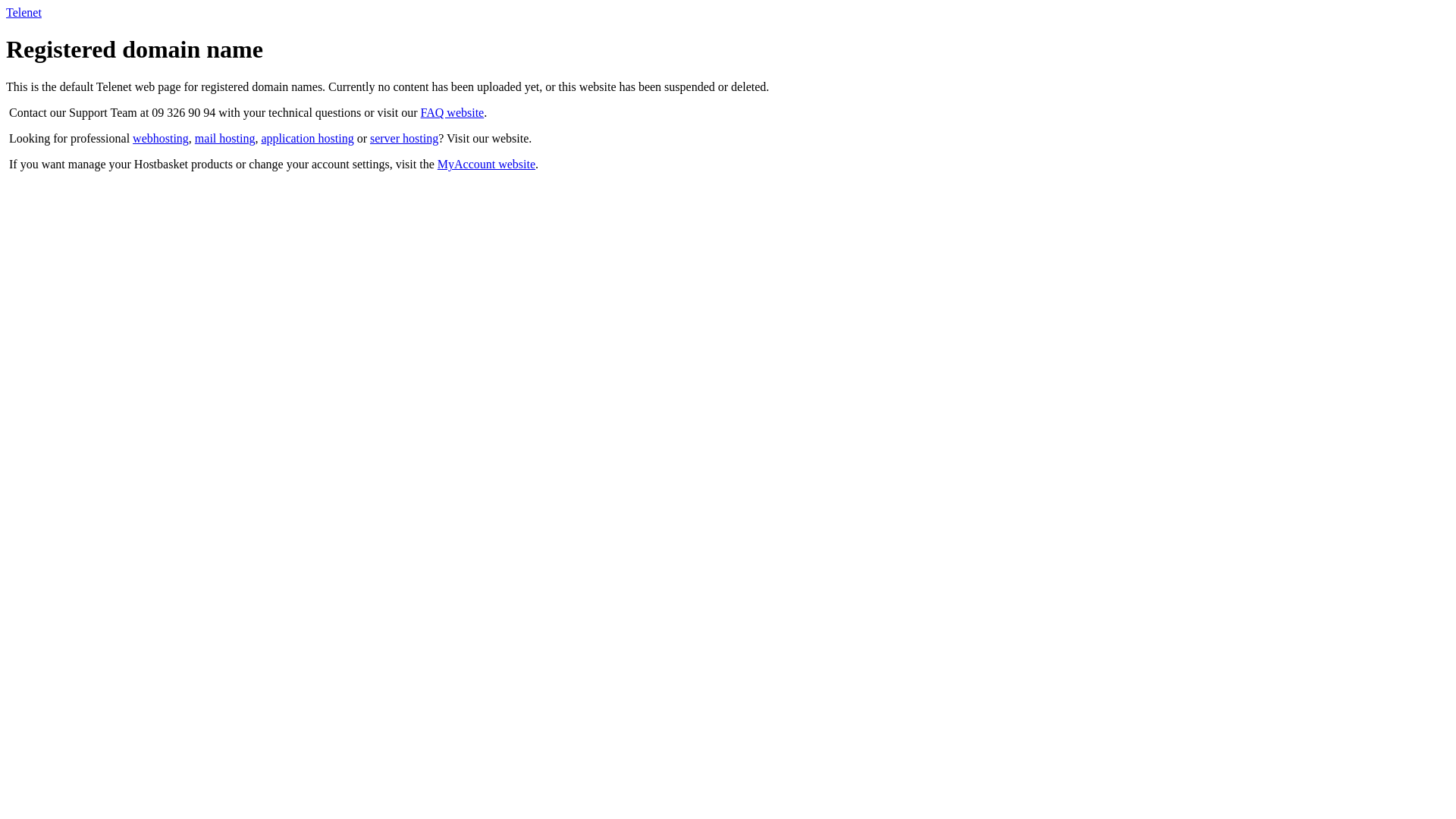 The image size is (1456, 819). I want to click on 'application hosting', so click(306, 138).